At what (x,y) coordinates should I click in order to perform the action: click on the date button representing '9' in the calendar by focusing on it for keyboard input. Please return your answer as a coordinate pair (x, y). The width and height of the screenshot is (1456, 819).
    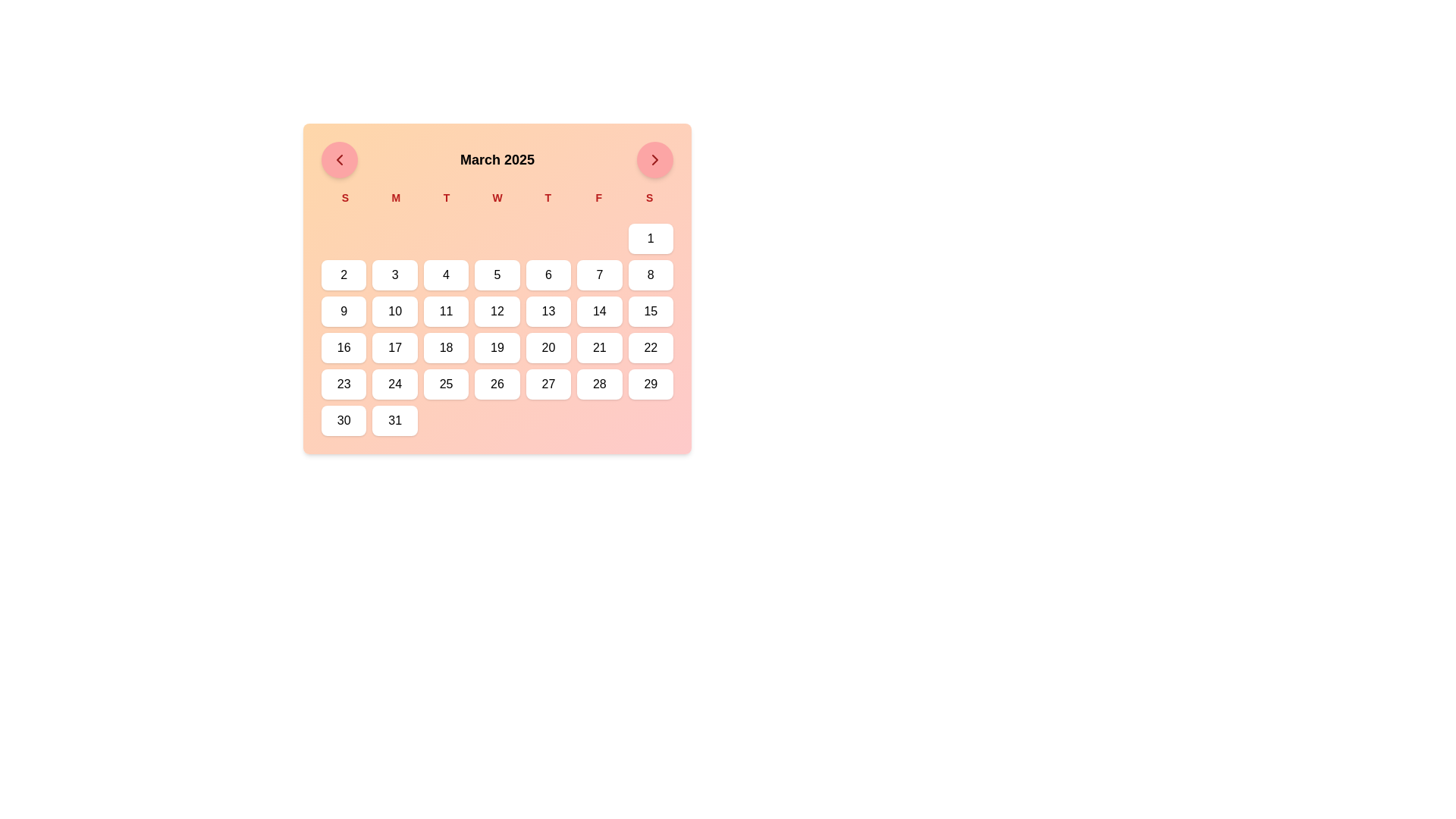
    Looking at the image, I should click on (343, 311).